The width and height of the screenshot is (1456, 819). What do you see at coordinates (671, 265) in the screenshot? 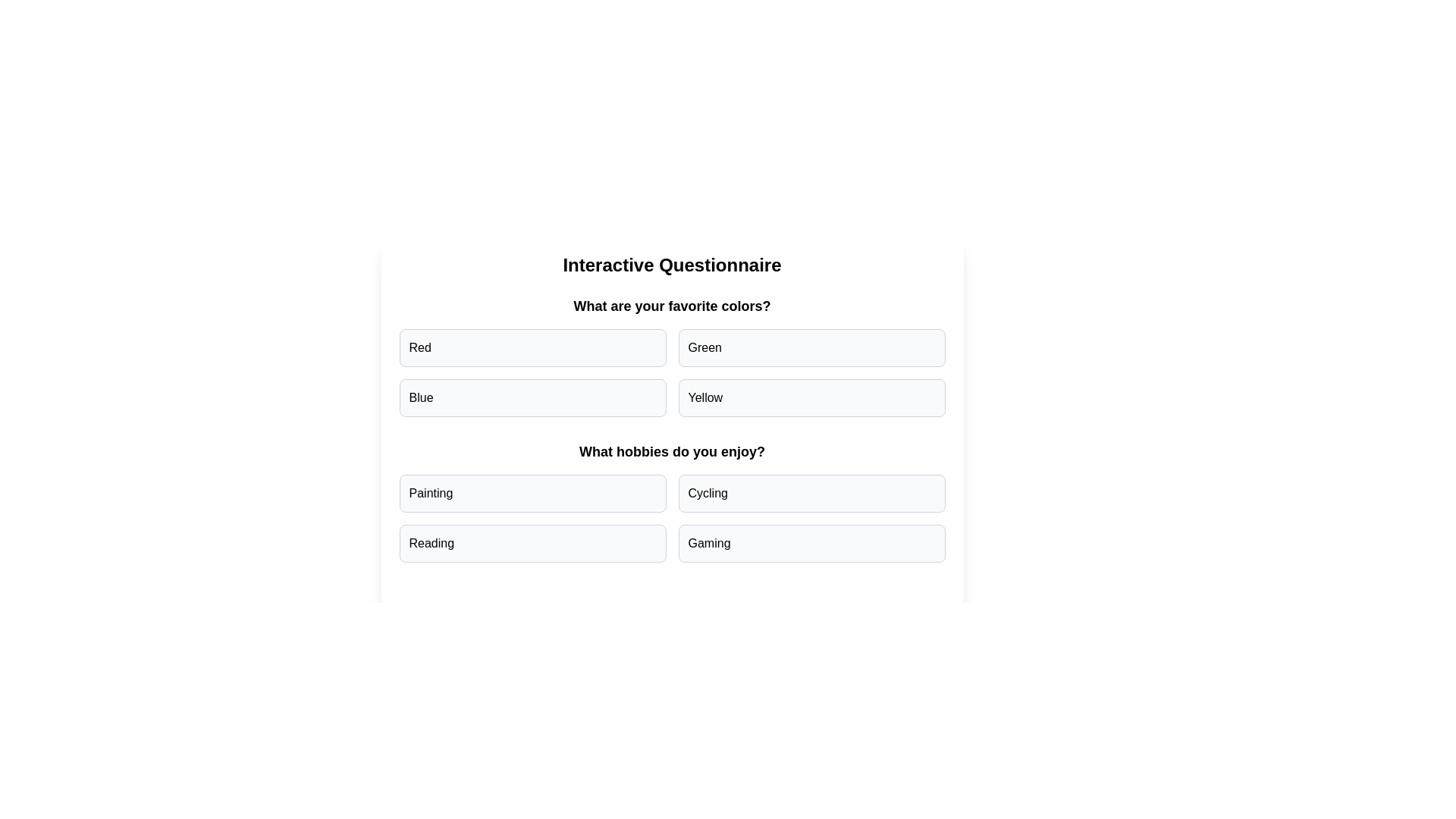
I see `the main title of the component` at bounding box center [671, 265].